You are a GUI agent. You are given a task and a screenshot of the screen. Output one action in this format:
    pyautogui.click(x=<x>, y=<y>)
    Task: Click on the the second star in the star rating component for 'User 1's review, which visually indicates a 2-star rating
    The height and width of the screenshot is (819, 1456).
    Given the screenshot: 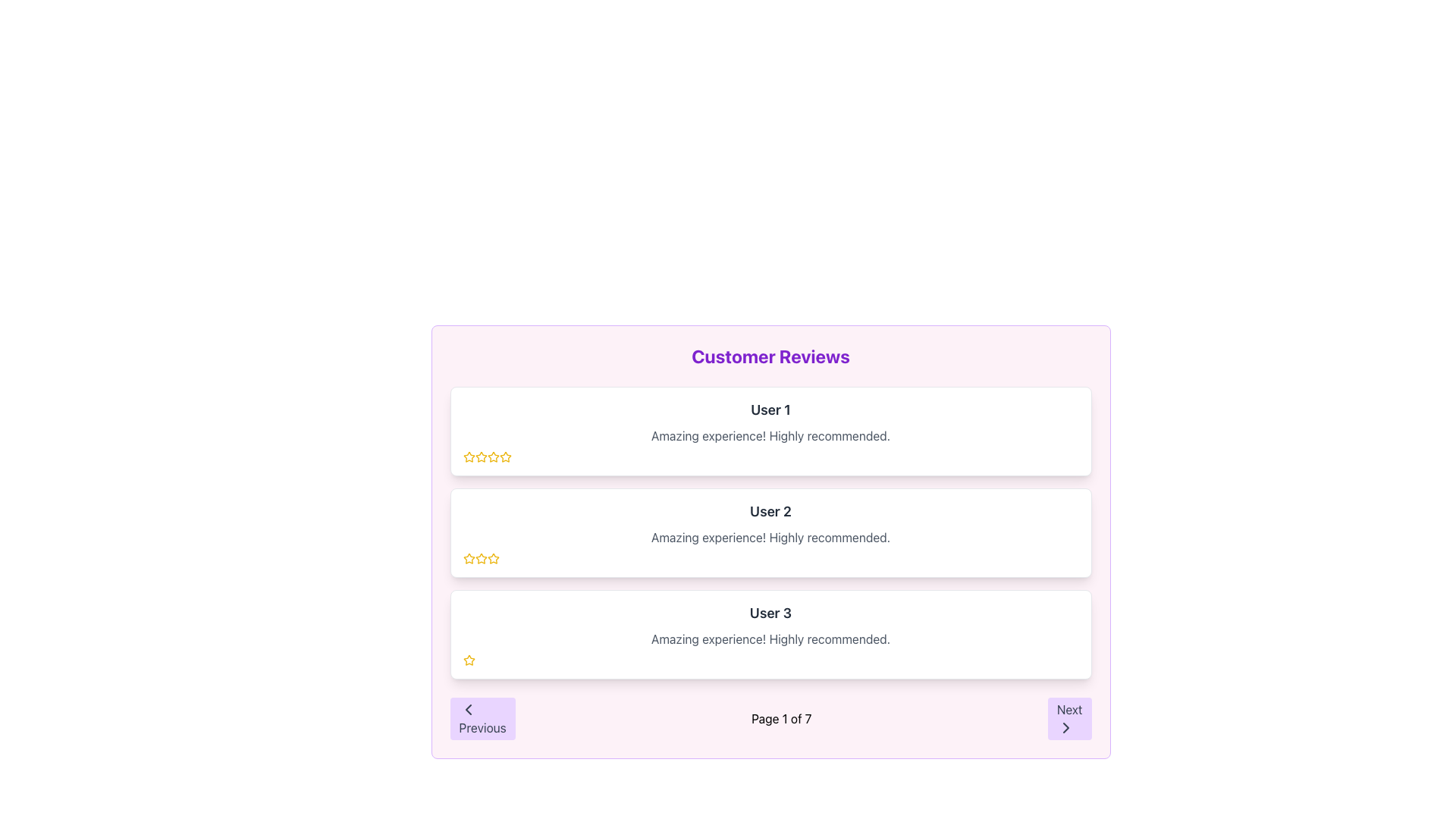 What is the action you would take?
    pyautogui.click(x=480, y=456)
    